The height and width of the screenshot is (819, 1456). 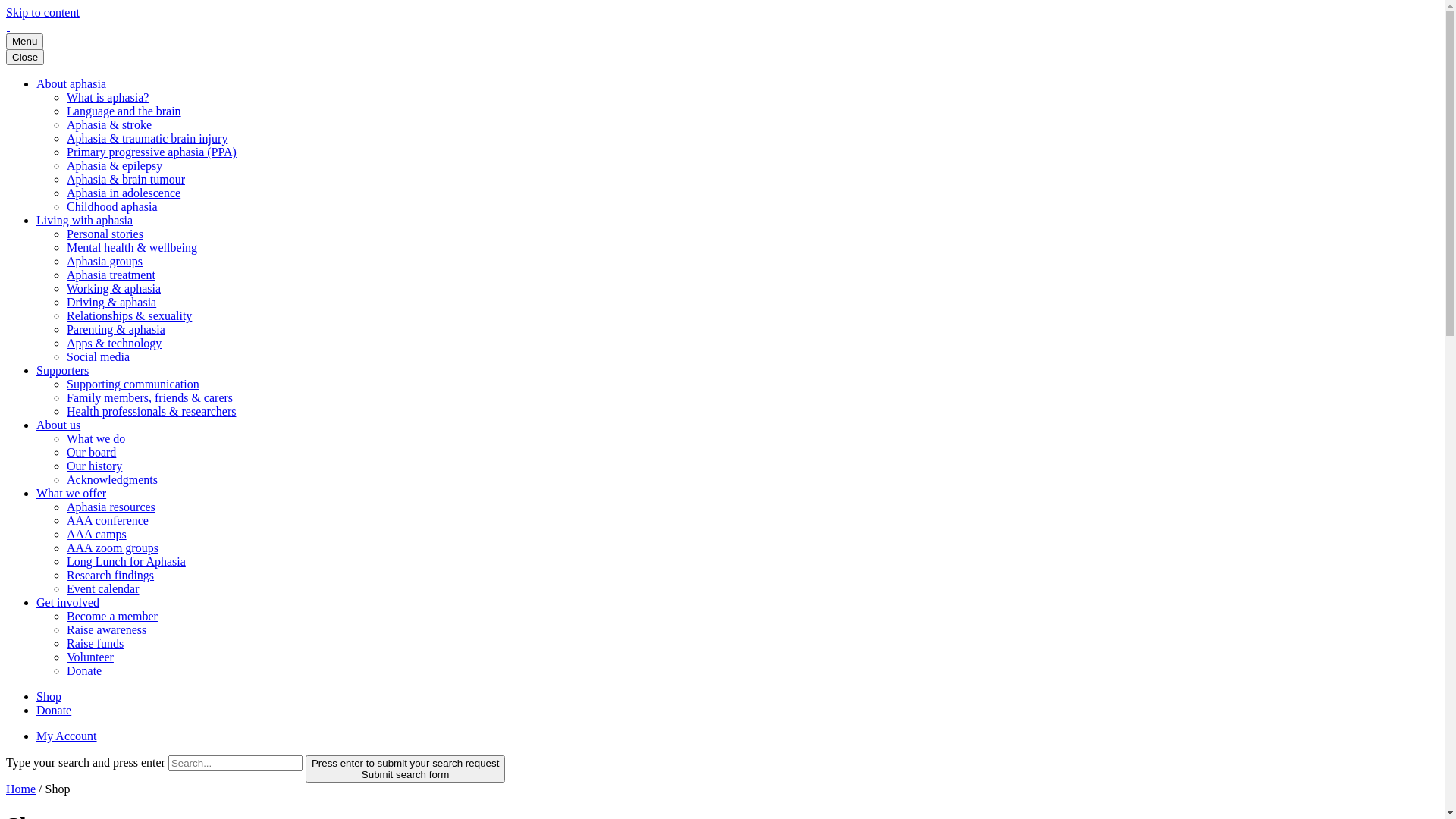 What do you see at coordinates (149, 397) in the screenshot?
I see `'Family members, friends & carers'` at bounding box center [149, 397].